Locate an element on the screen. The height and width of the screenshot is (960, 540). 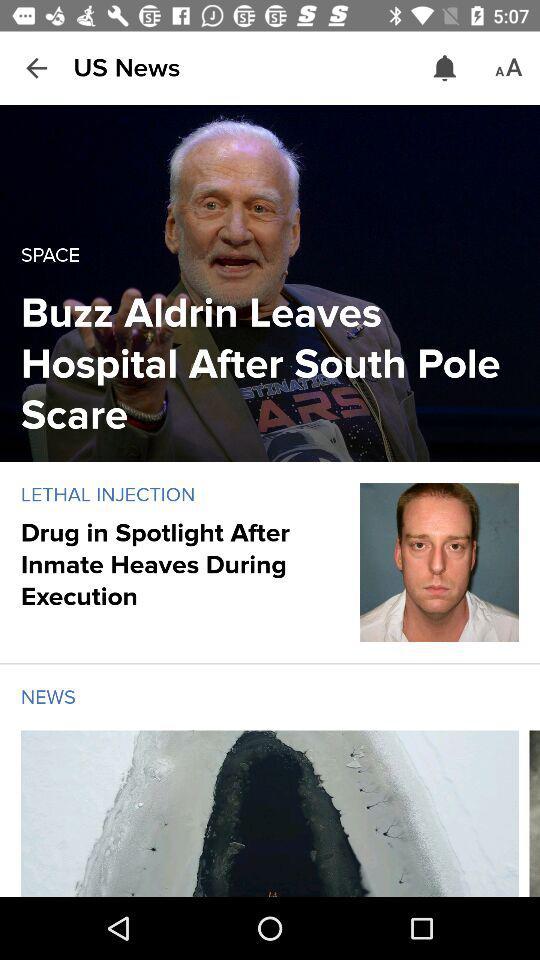
us news icon is located at coordinates (126, 68).